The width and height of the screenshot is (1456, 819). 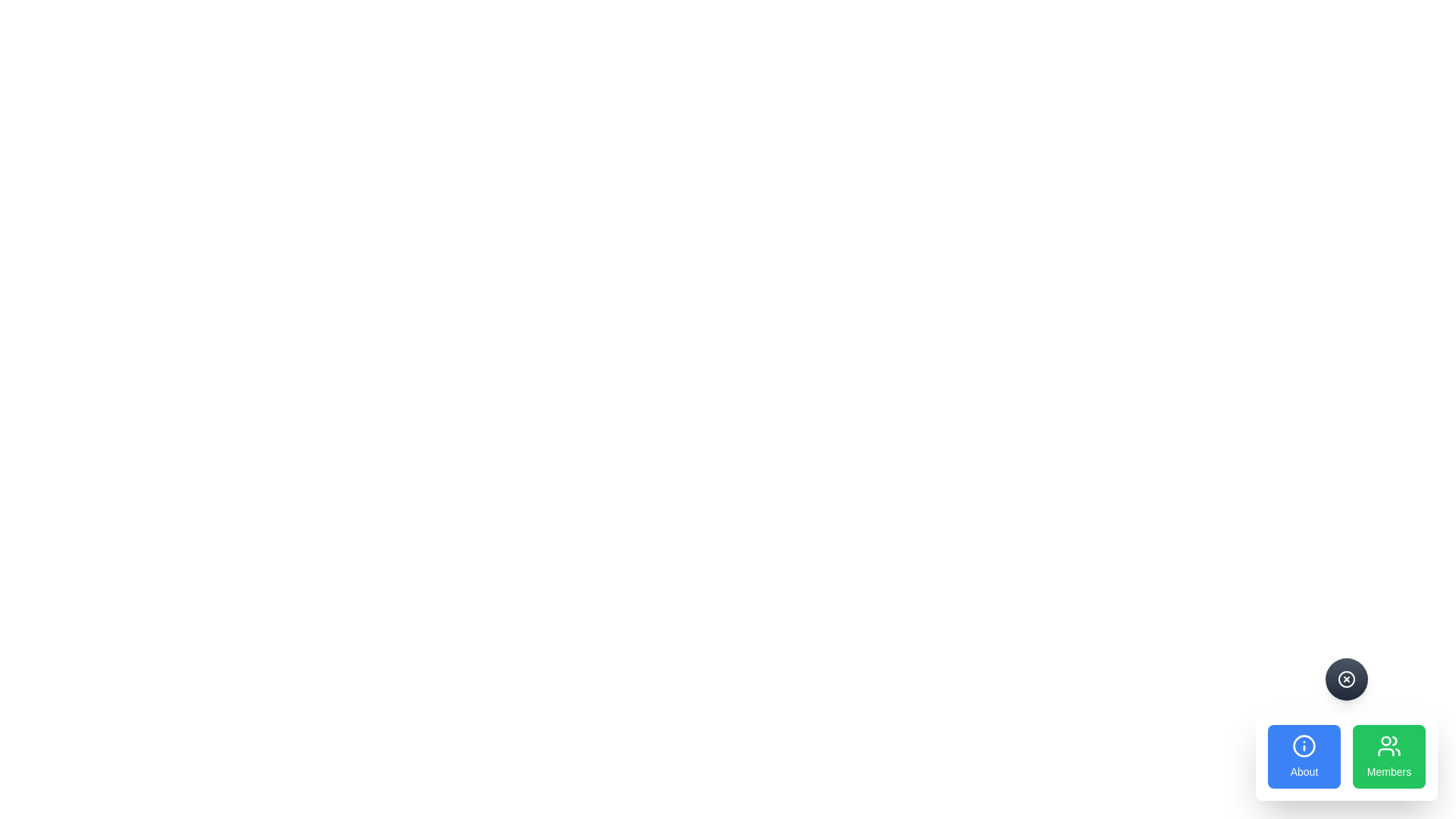 What do you see at coordinates (1303, 757) in the screenshot?
I see `the blue rounded button labeled 'About' with an 'i' icon` at bounding box center [1303, 757].